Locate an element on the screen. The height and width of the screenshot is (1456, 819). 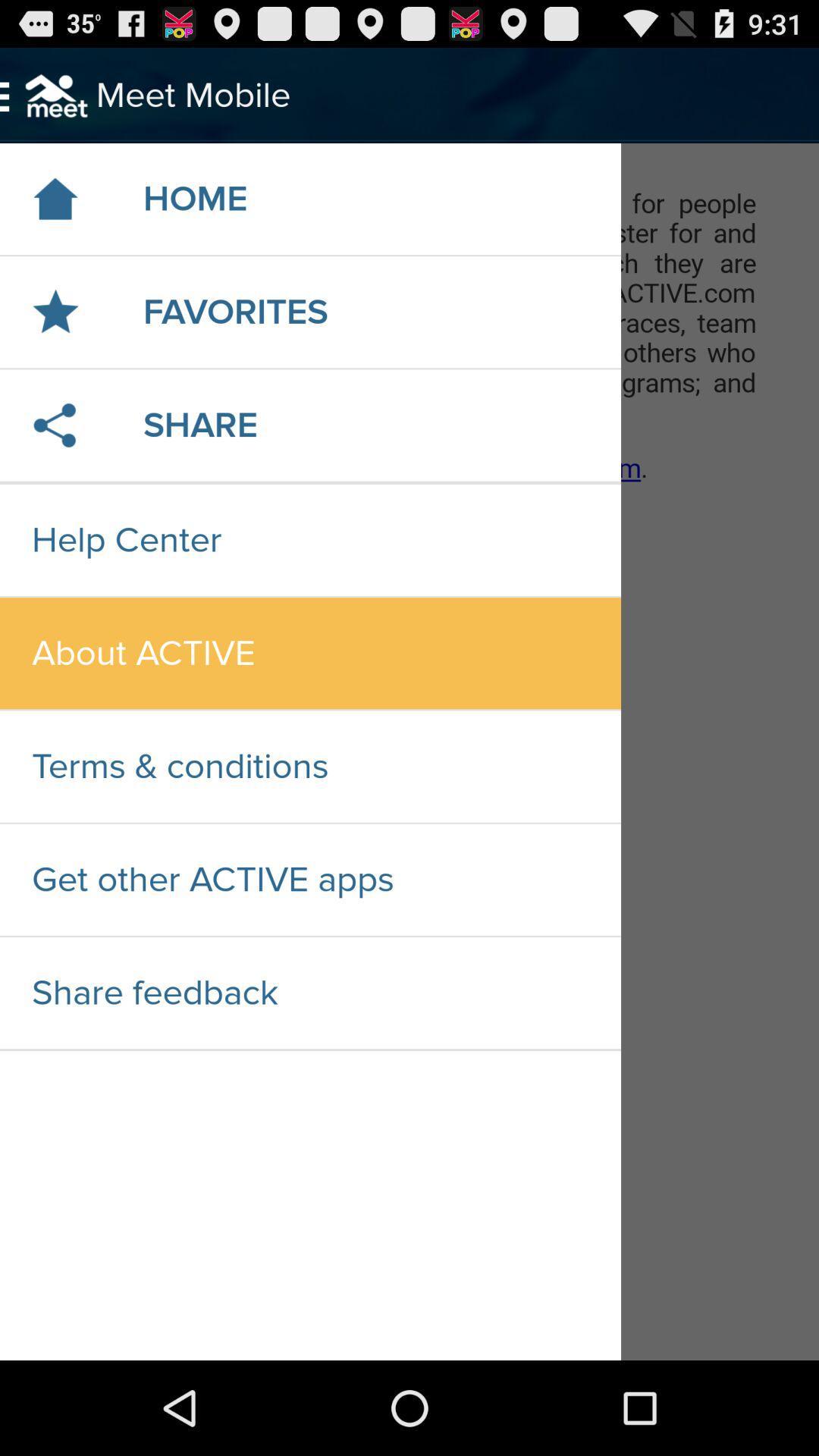
the help center icon is located at coordinates (309, 540).